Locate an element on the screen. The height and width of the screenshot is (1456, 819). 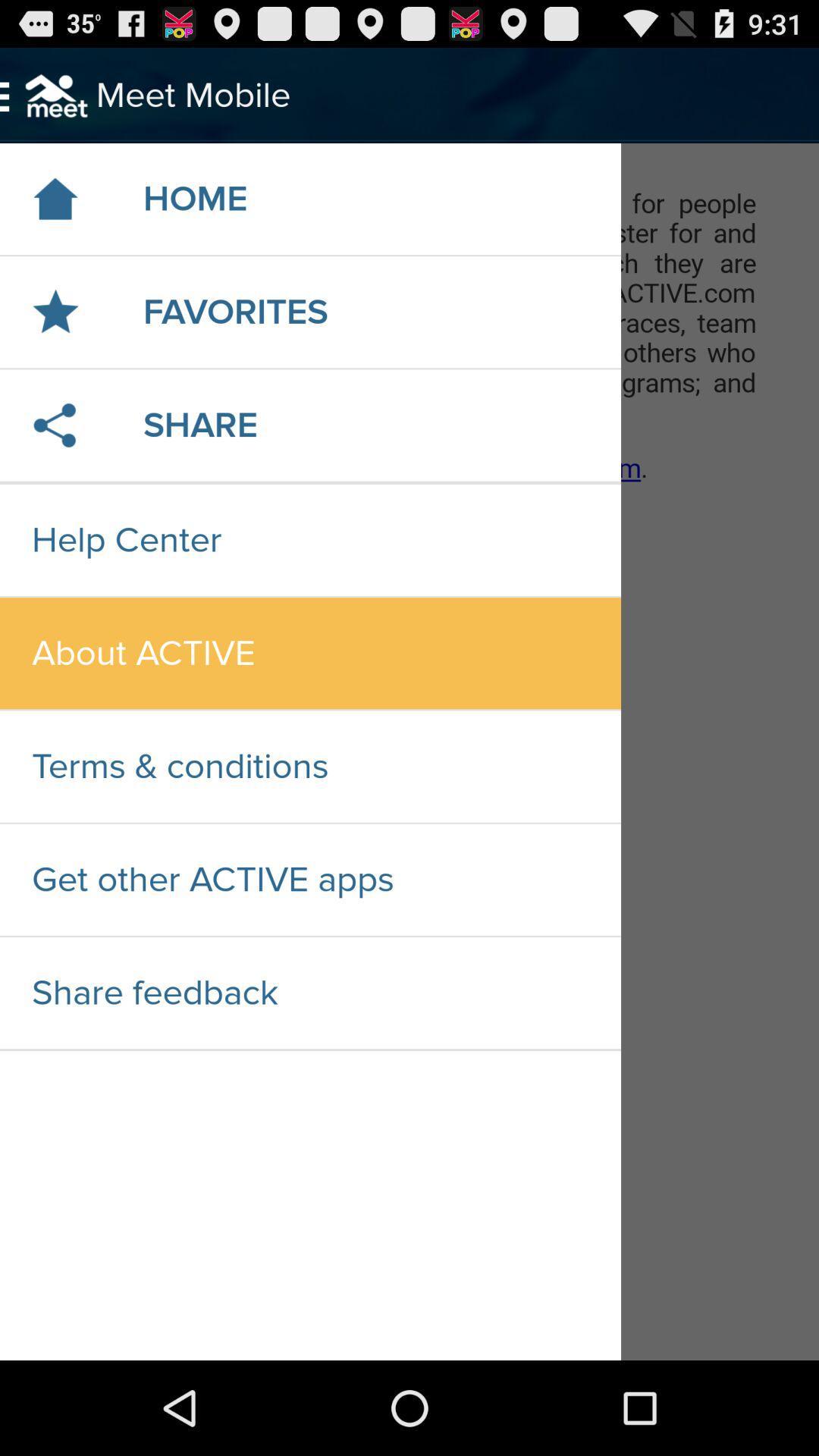
the help center icon is located at coordinates (309, 540).